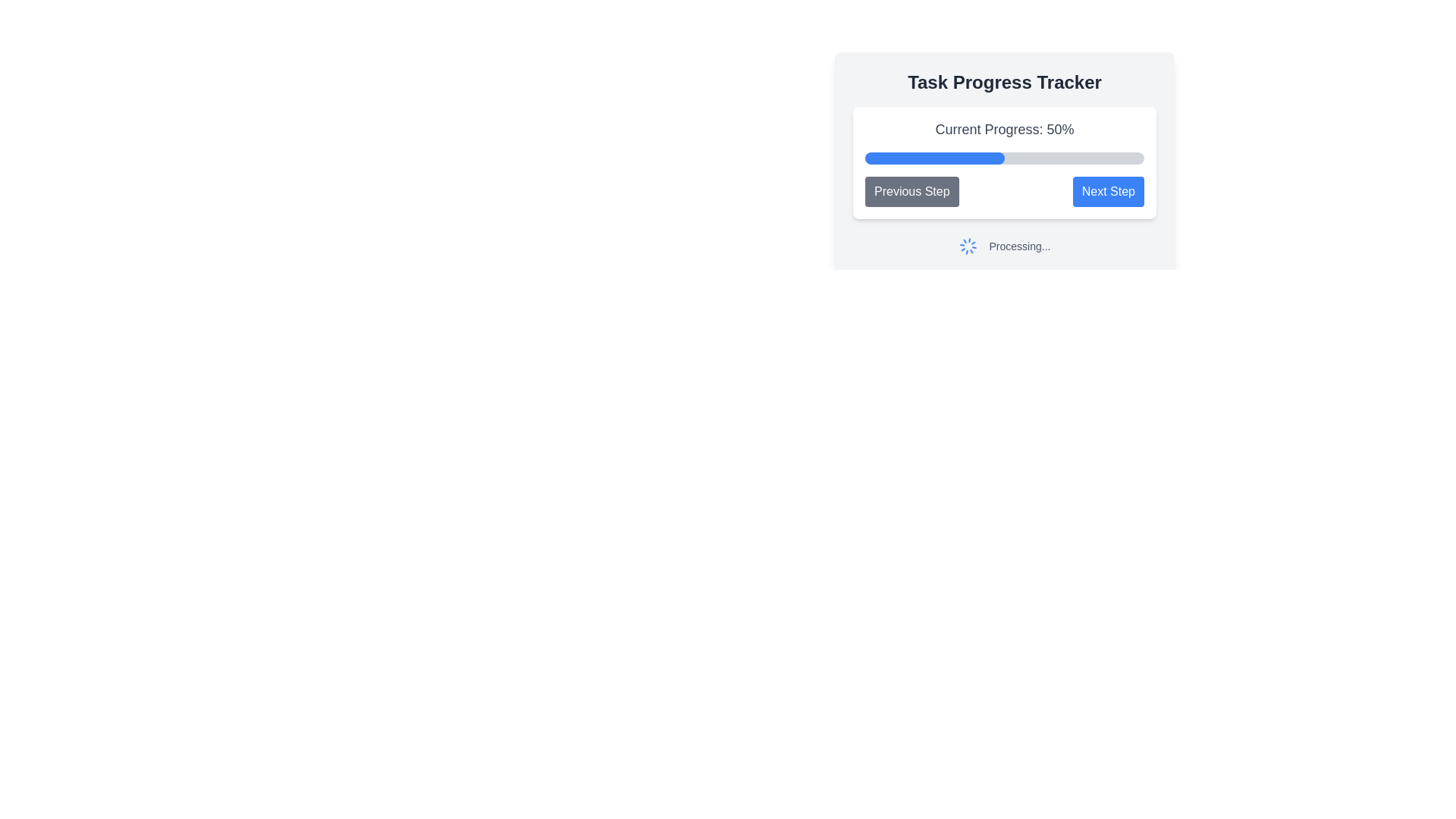  Describe the element at coordinates (934, 158) in the screenshot. I see `the filled segment of the progress bar located under the text 'Current Progress: 50%' in the 'Task Progress Tracker' section, which indicates a completion level of 50%` at that location.